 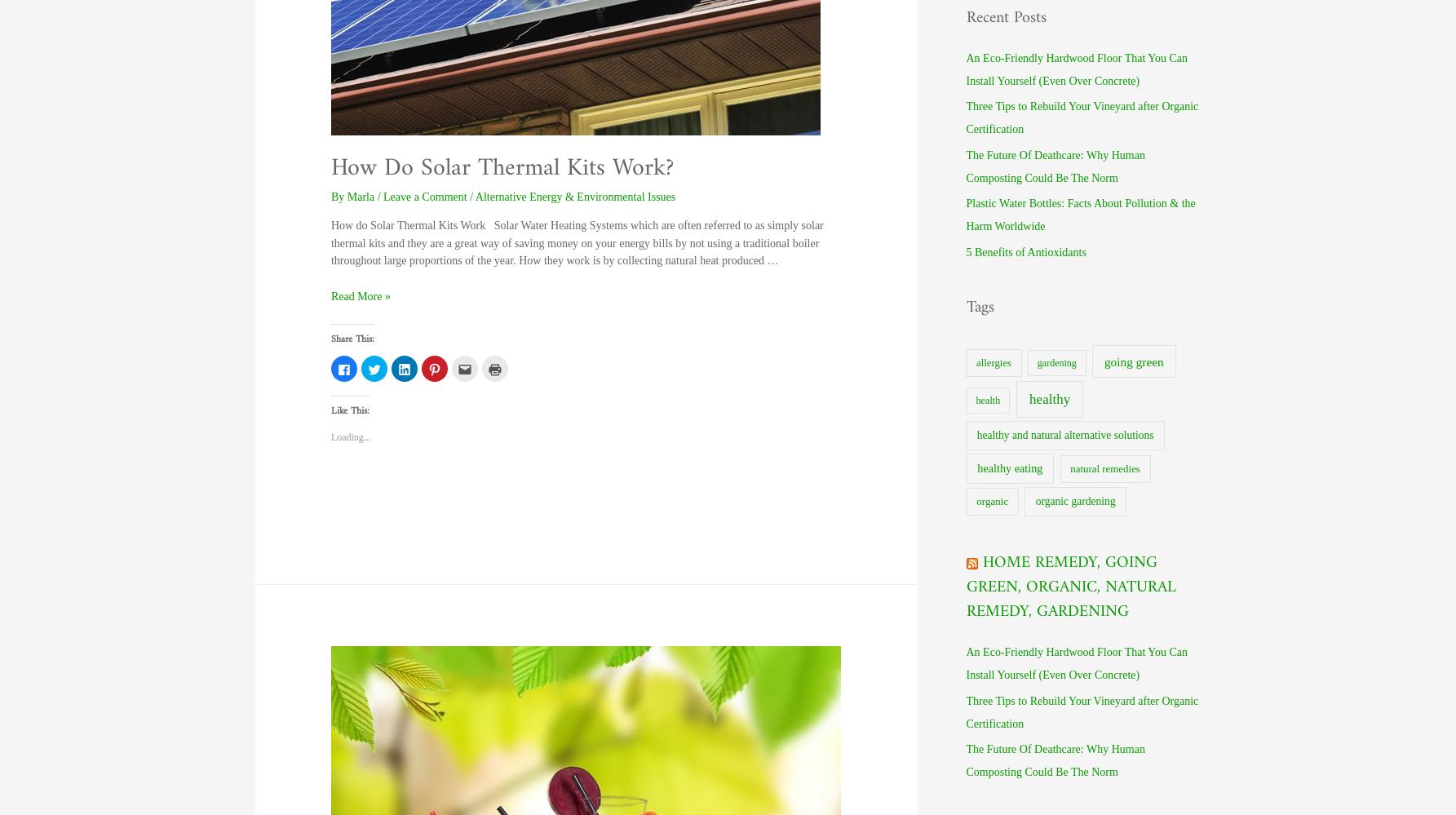 What do you see at coordinates (351, 339) in the screenshot?
I see `'Share this:'` at bounding box center [351, 339].